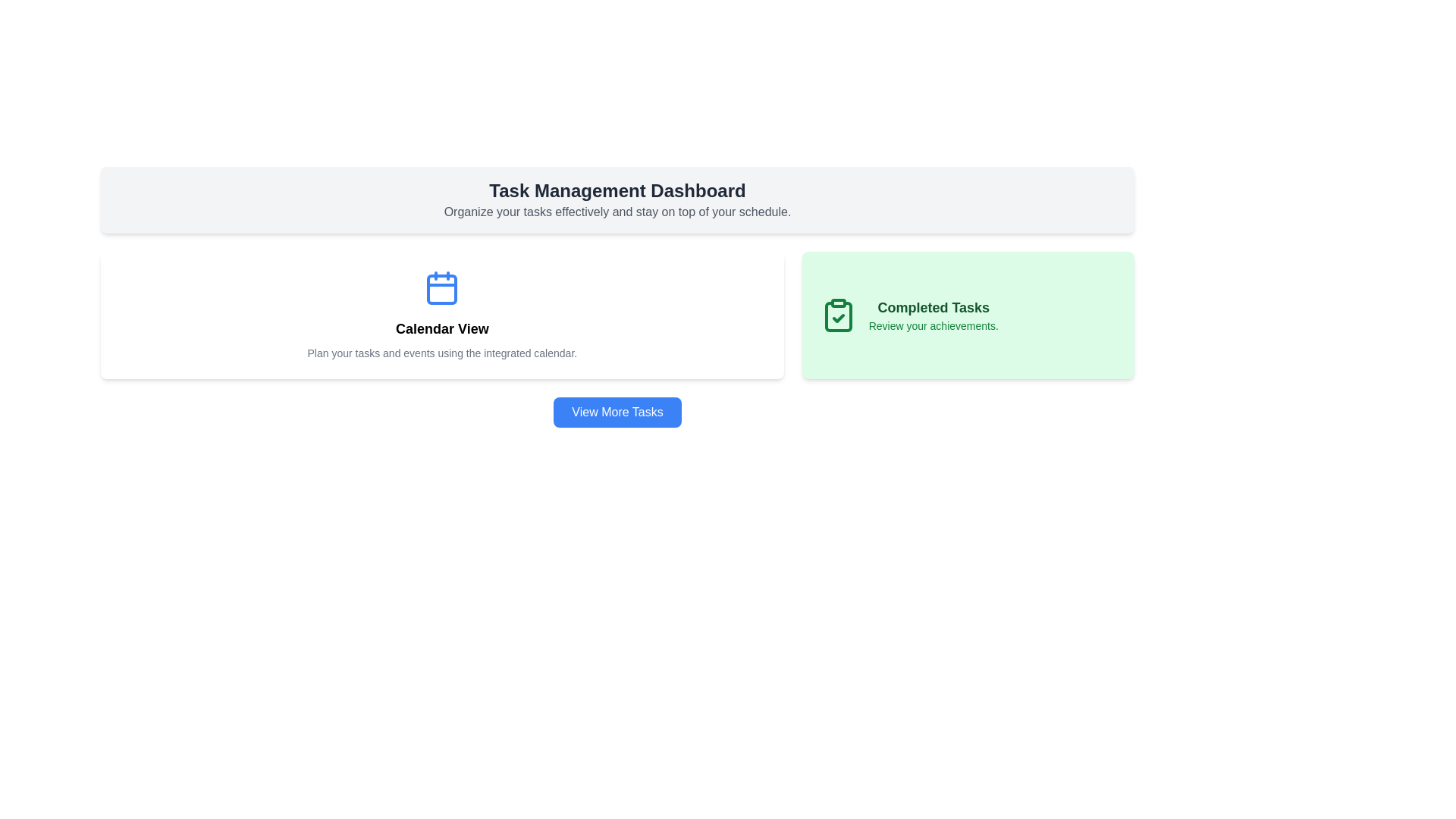  Describe the element at coordinates (933, 315) in the screenshot. I see `the text block displaying 'Completed Tasks' and 'Review your achievements' located in the top-right section of the light green rectangular panel` at that location.